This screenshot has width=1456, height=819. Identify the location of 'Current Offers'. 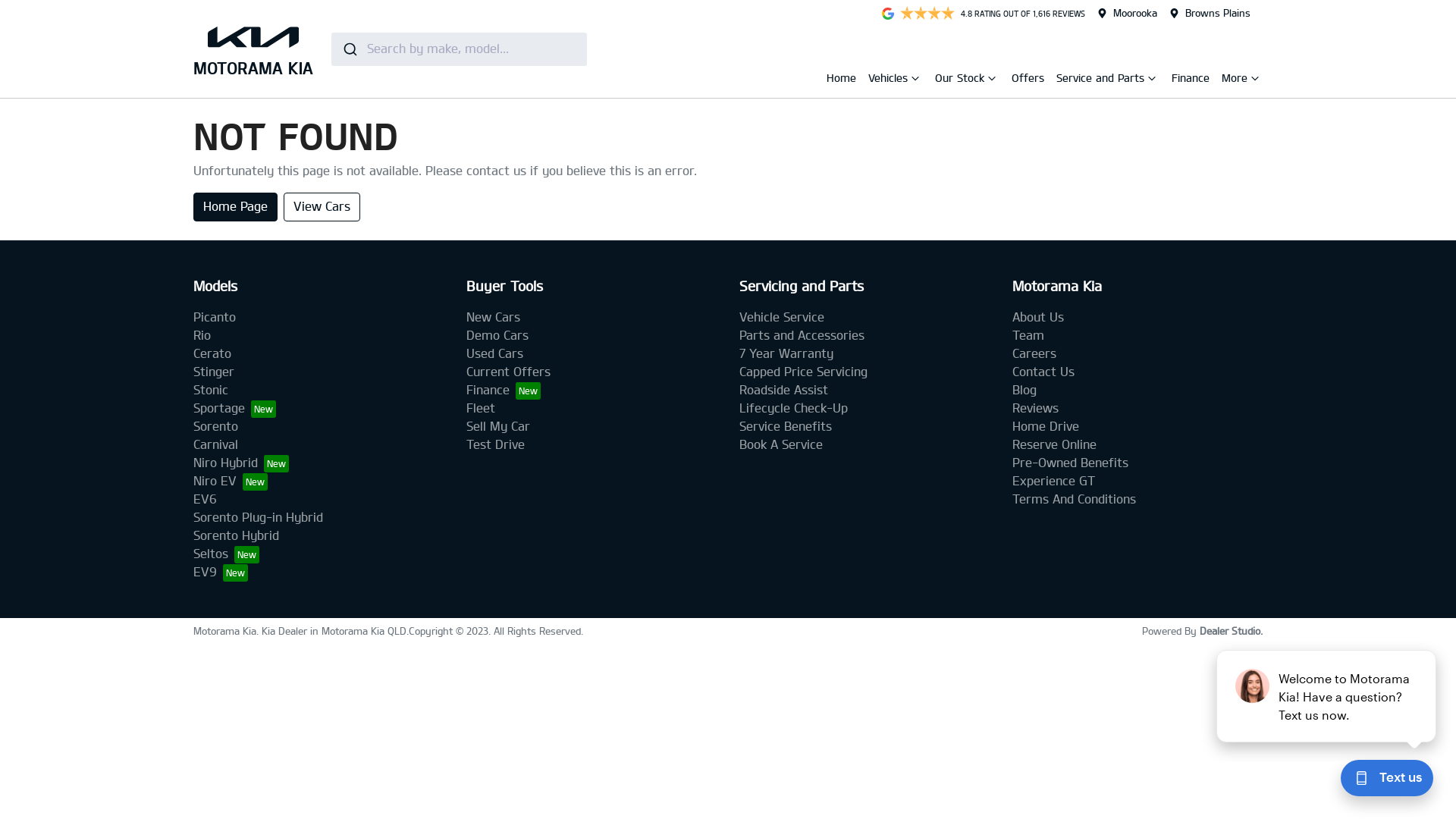
(508, 372).